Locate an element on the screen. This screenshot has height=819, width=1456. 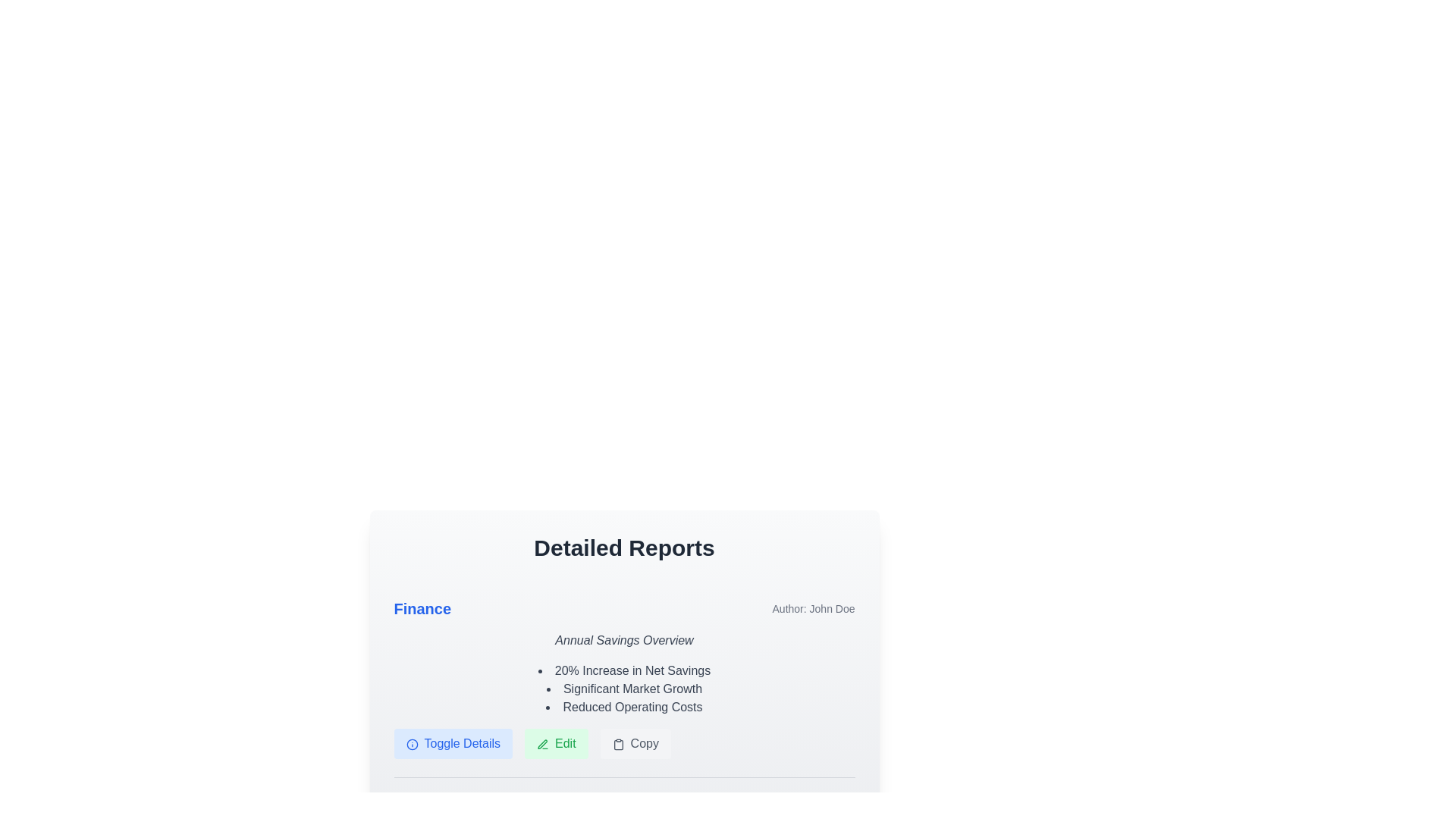
the informational list displaying key financial highlights located beneath the 'Annual Savings Overview' subheading is located at coordinates (624, 689).